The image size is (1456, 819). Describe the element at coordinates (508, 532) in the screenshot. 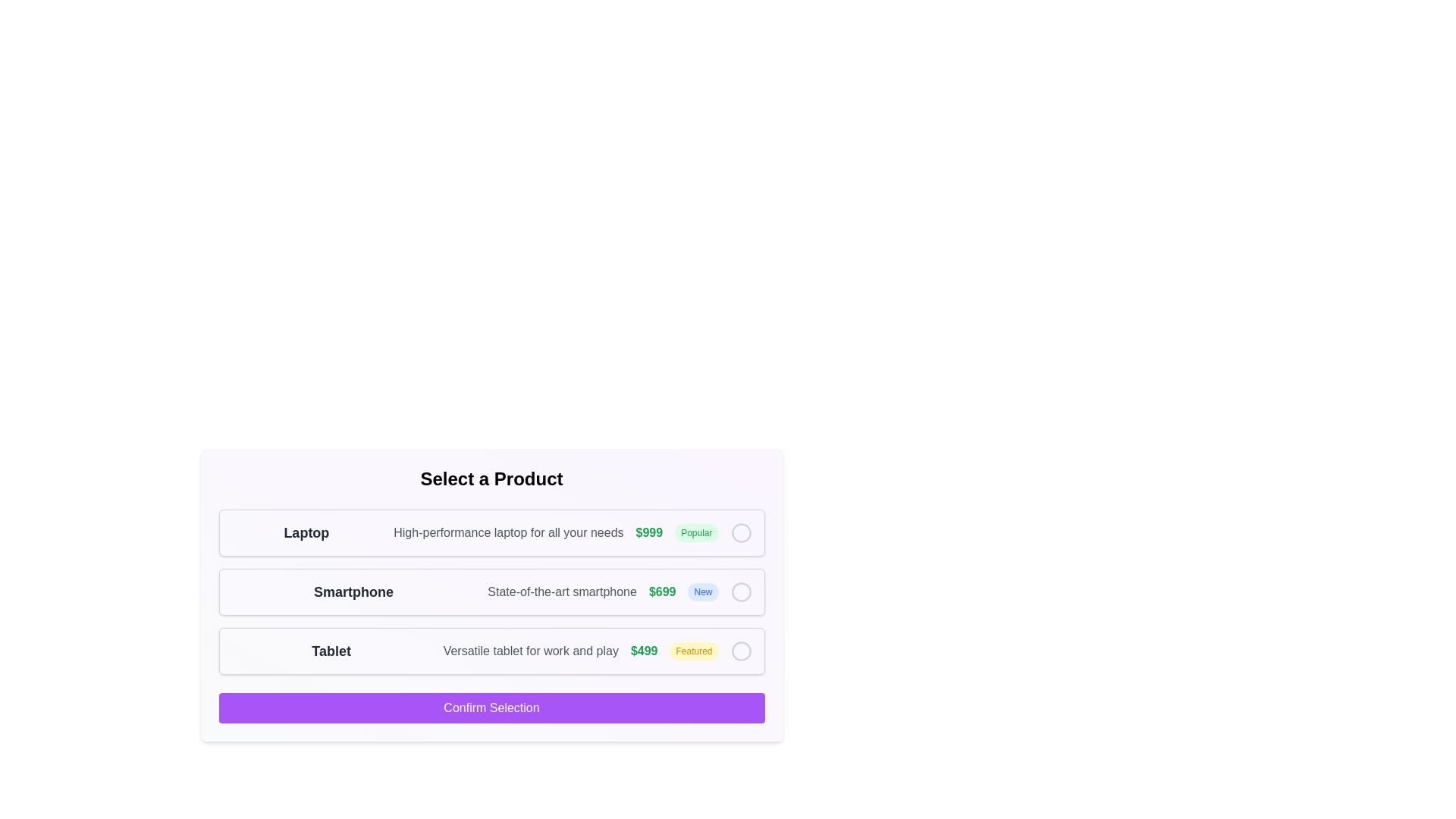

I see `the text description providing additional information about the highlighted product, which is situated to the right of 'Laptop' and to the left of '$999' and 'Popular'` at that location.